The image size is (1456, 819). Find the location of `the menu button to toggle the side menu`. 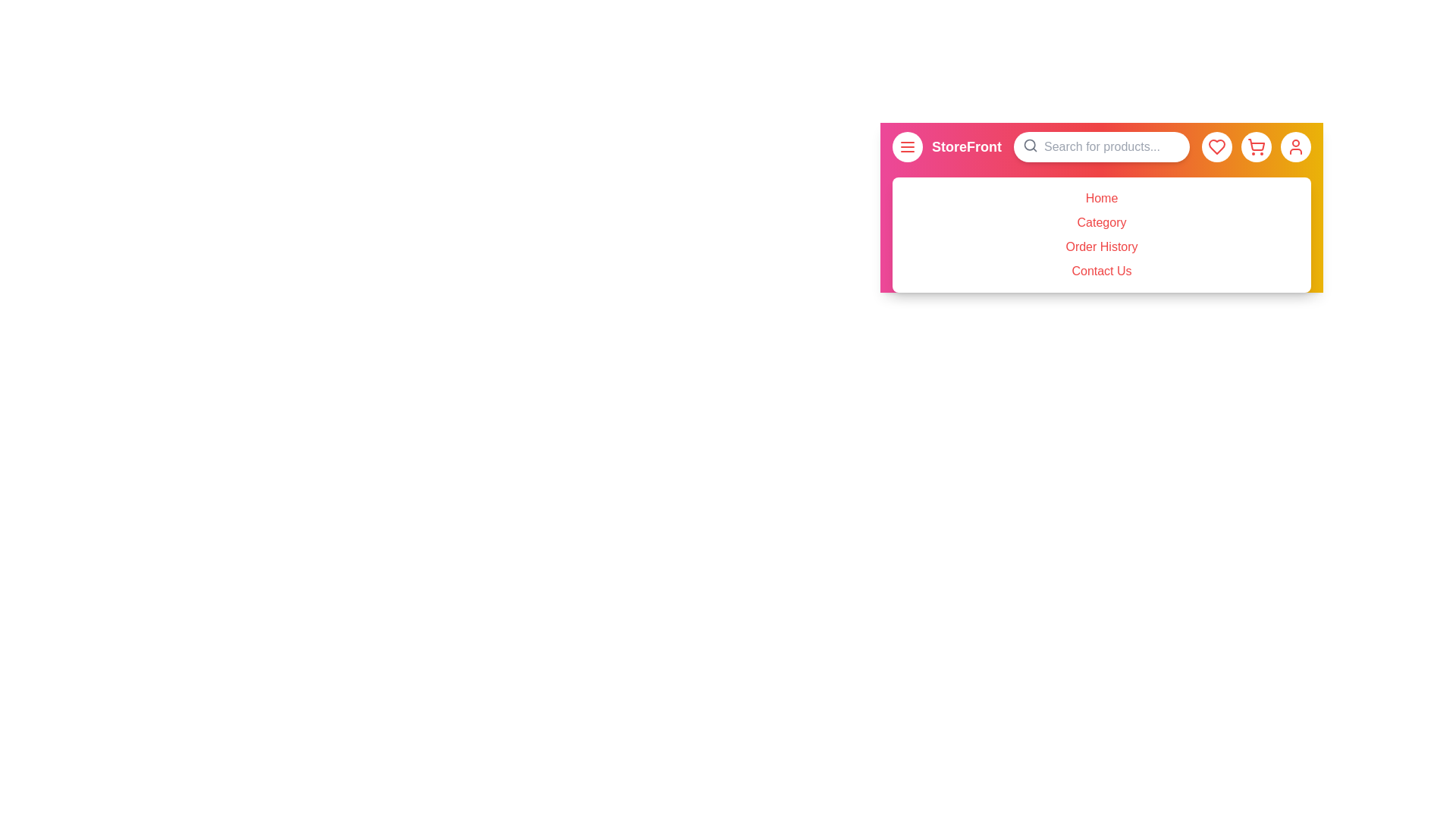

the menu button to toggle the side menu is located at coordinates (907, 146).